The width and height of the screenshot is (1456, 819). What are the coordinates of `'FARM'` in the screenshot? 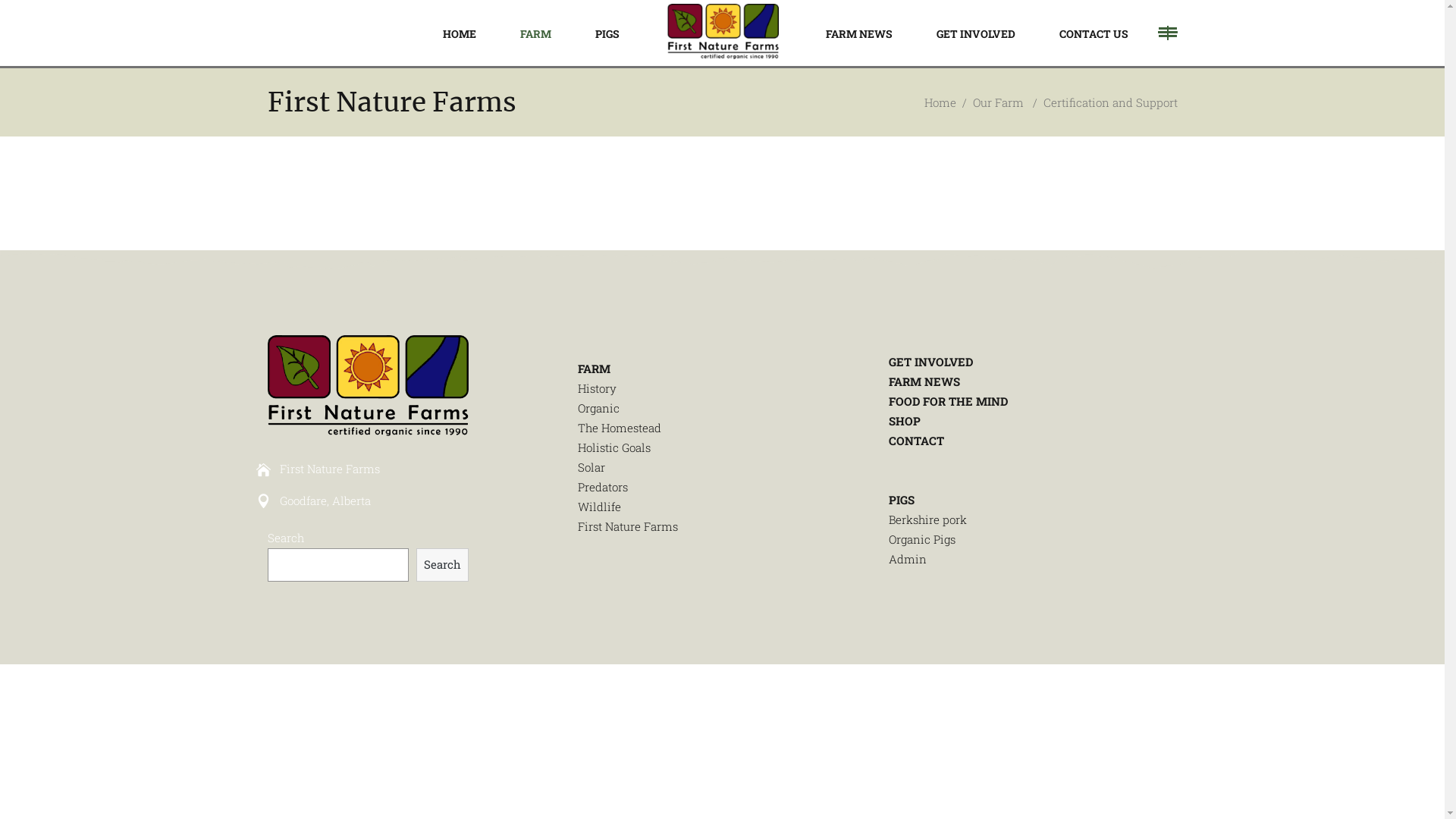 It's located at (535, 33).